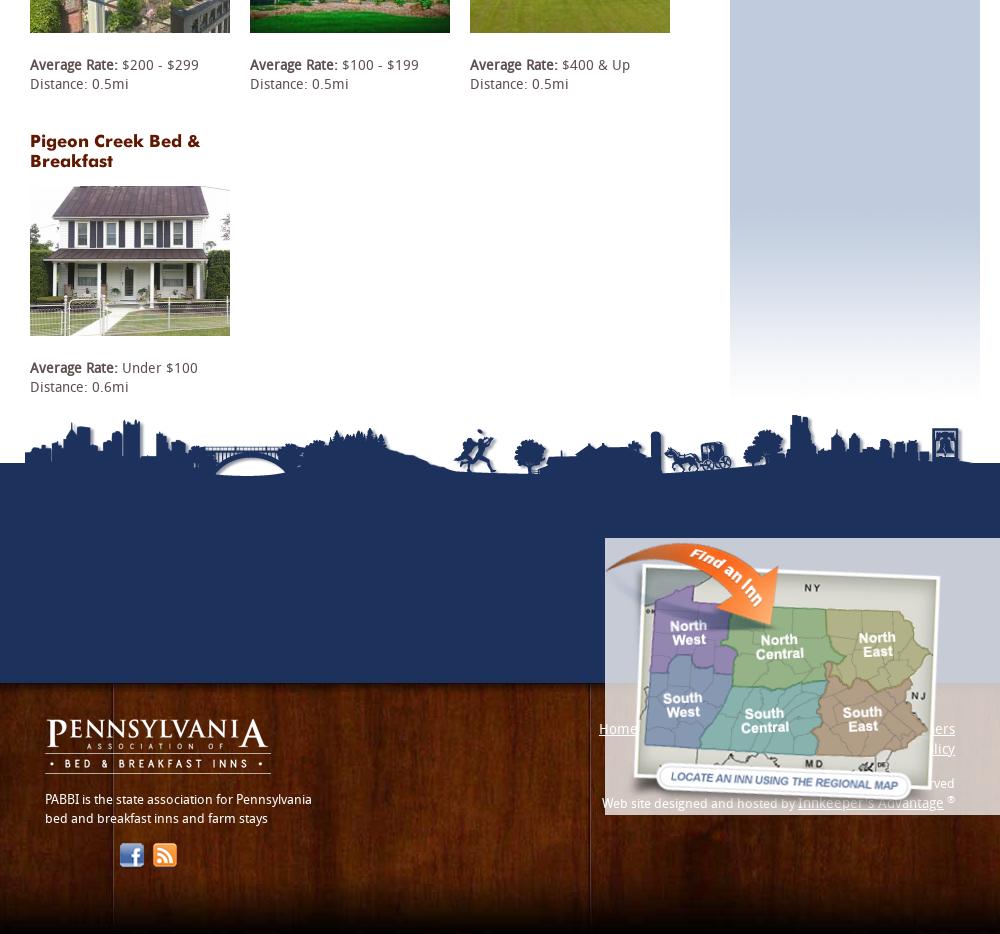 The width and height of the screenshot is (1000, 934). I want to click on '$200 - $299', so click(121, 63).